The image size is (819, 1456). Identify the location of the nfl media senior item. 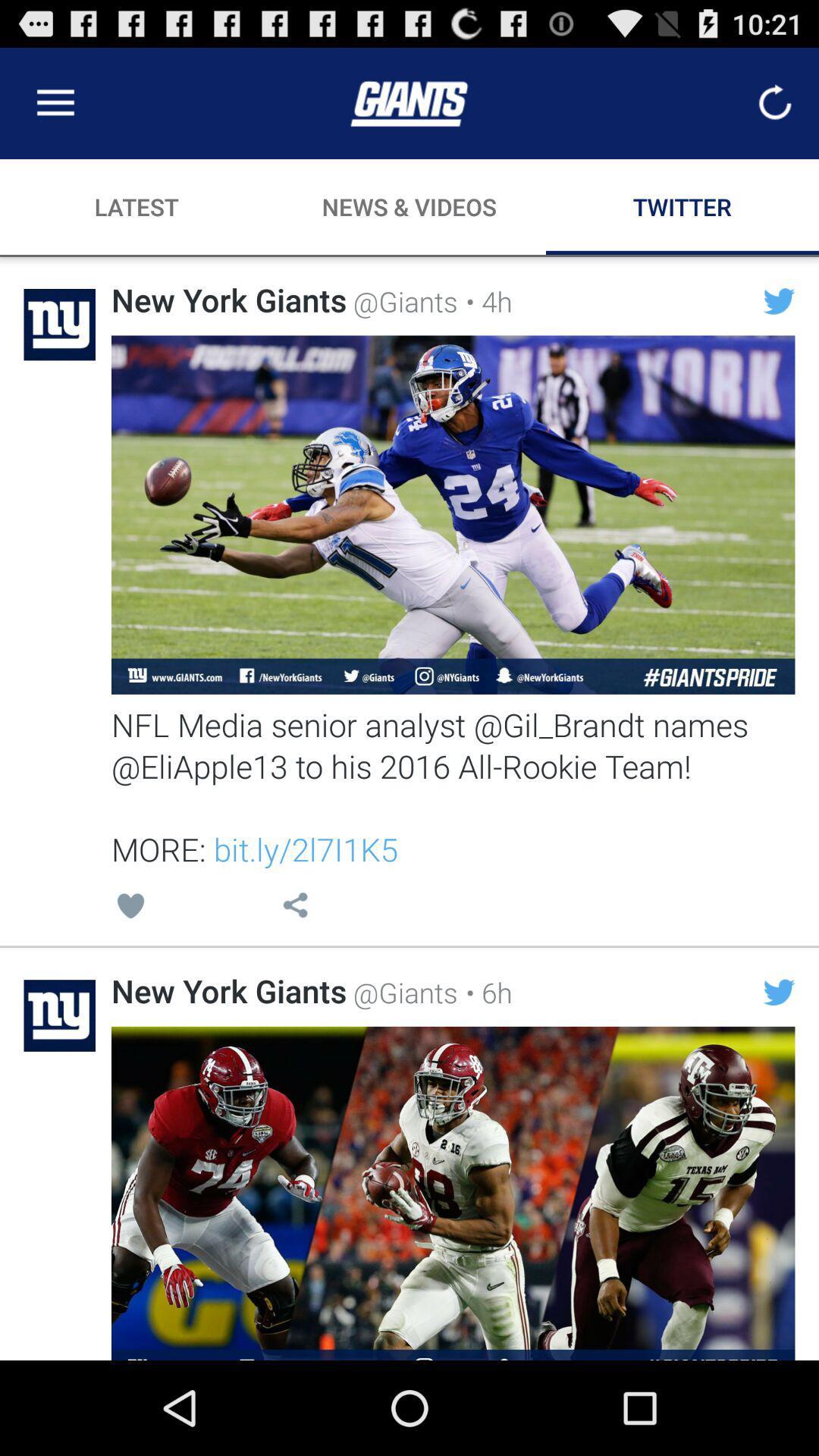
(452, 786).